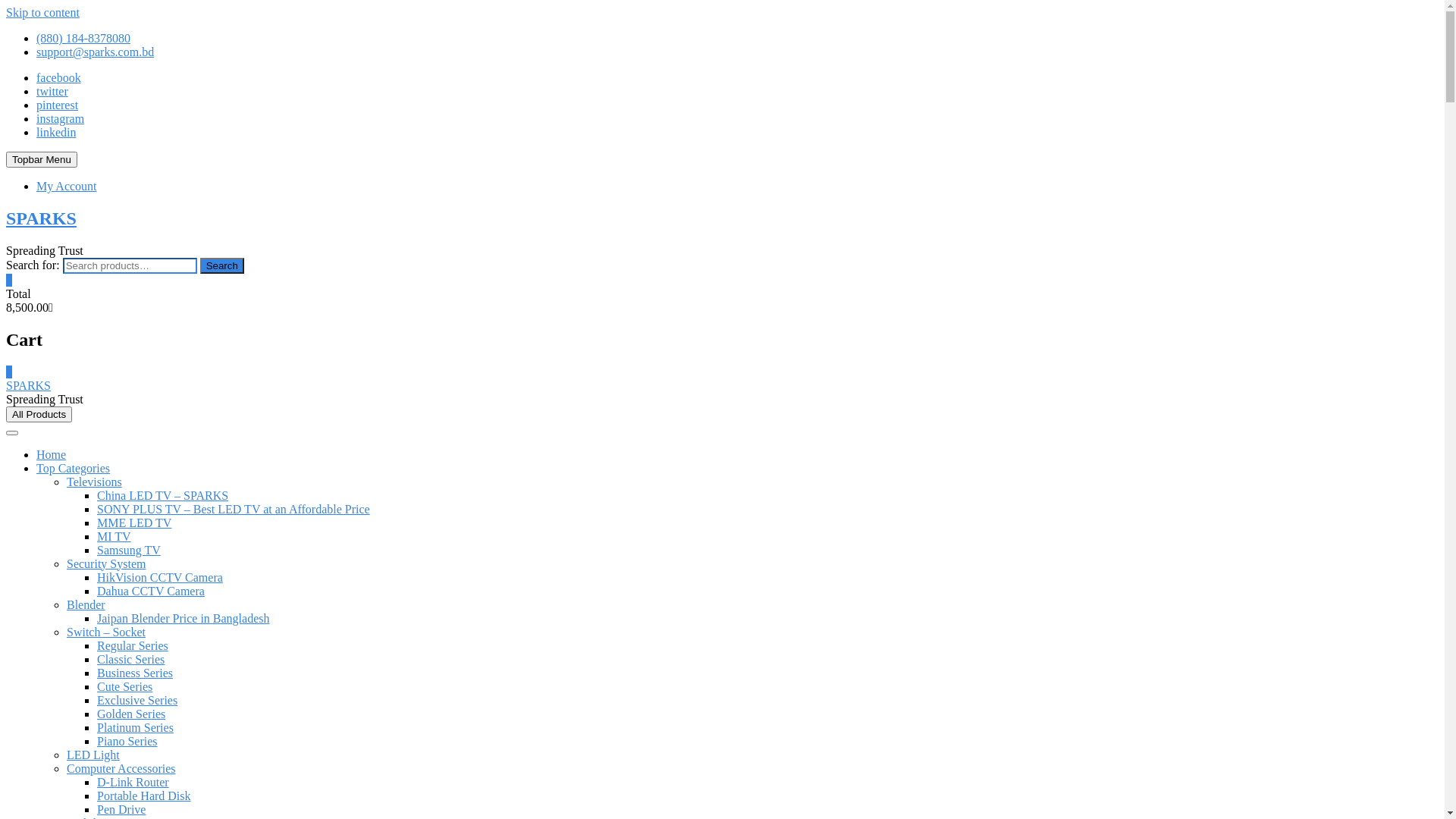  What do you see at coordinates (9, 372) in the screenshot?
I see `'0'` at bounding box center [9, 372].